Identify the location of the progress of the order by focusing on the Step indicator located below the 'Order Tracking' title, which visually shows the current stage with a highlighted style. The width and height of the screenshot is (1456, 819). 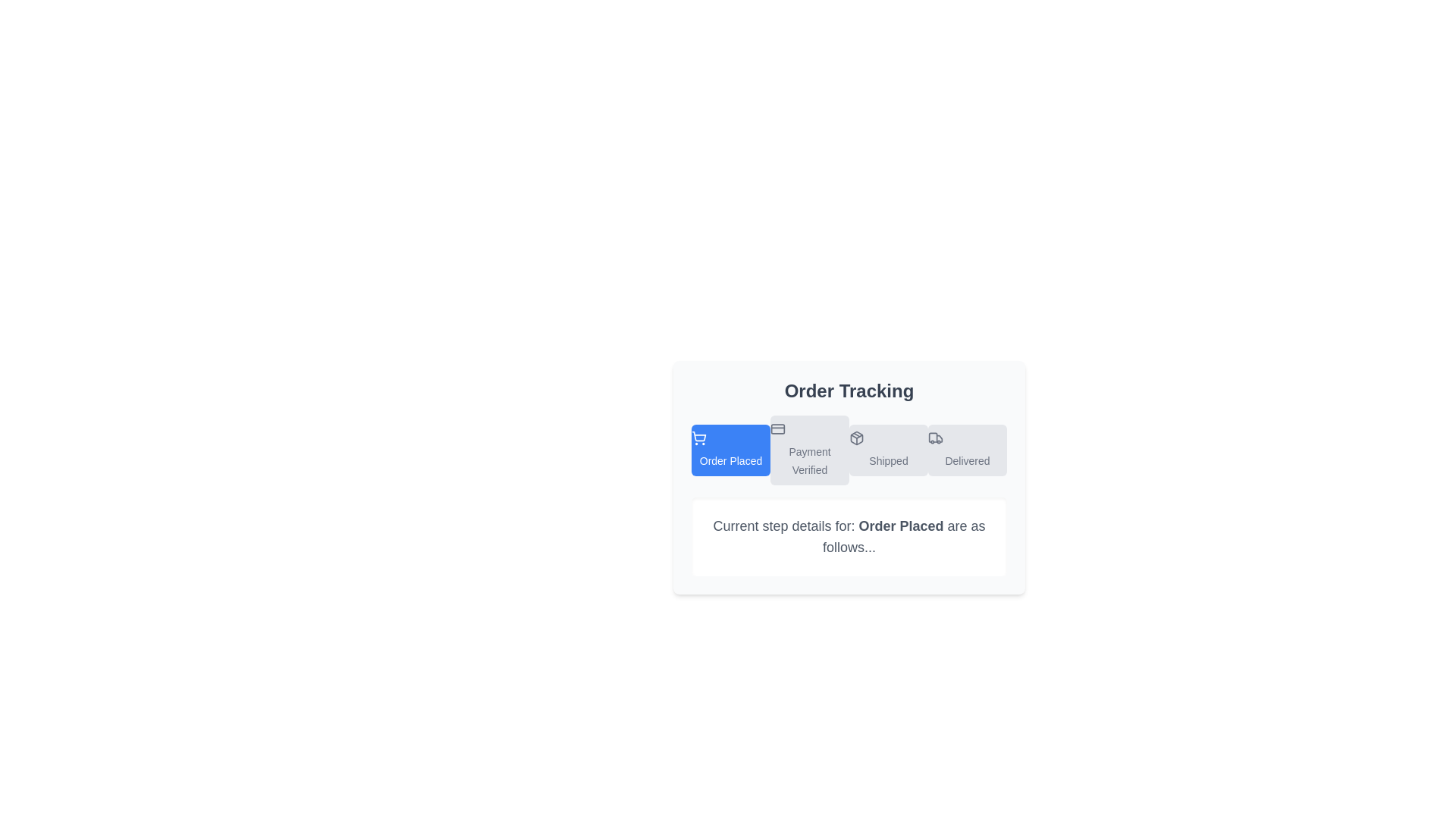
(848, 450).